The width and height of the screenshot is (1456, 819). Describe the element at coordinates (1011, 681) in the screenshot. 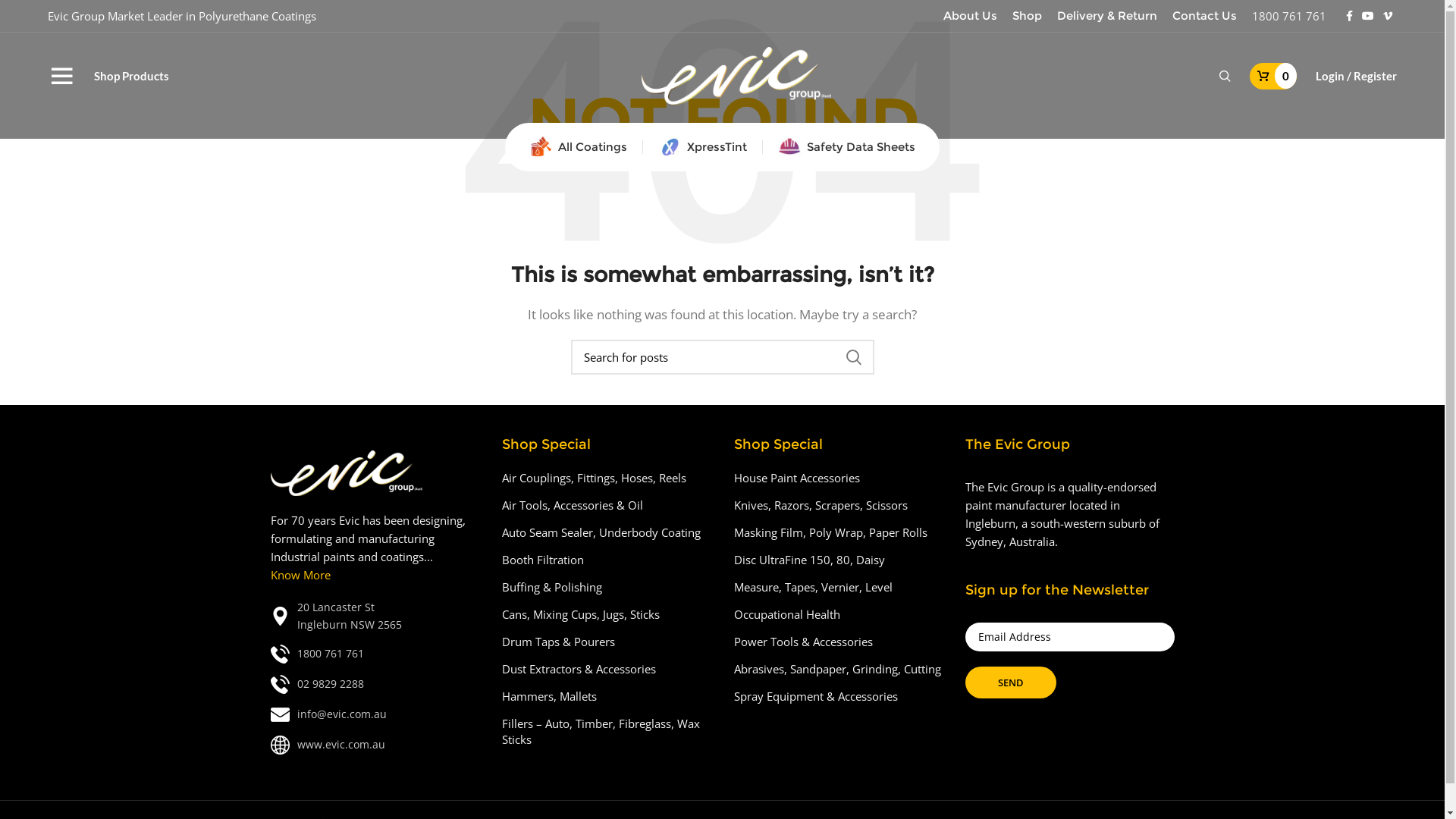

I see `'Send'` at that location.